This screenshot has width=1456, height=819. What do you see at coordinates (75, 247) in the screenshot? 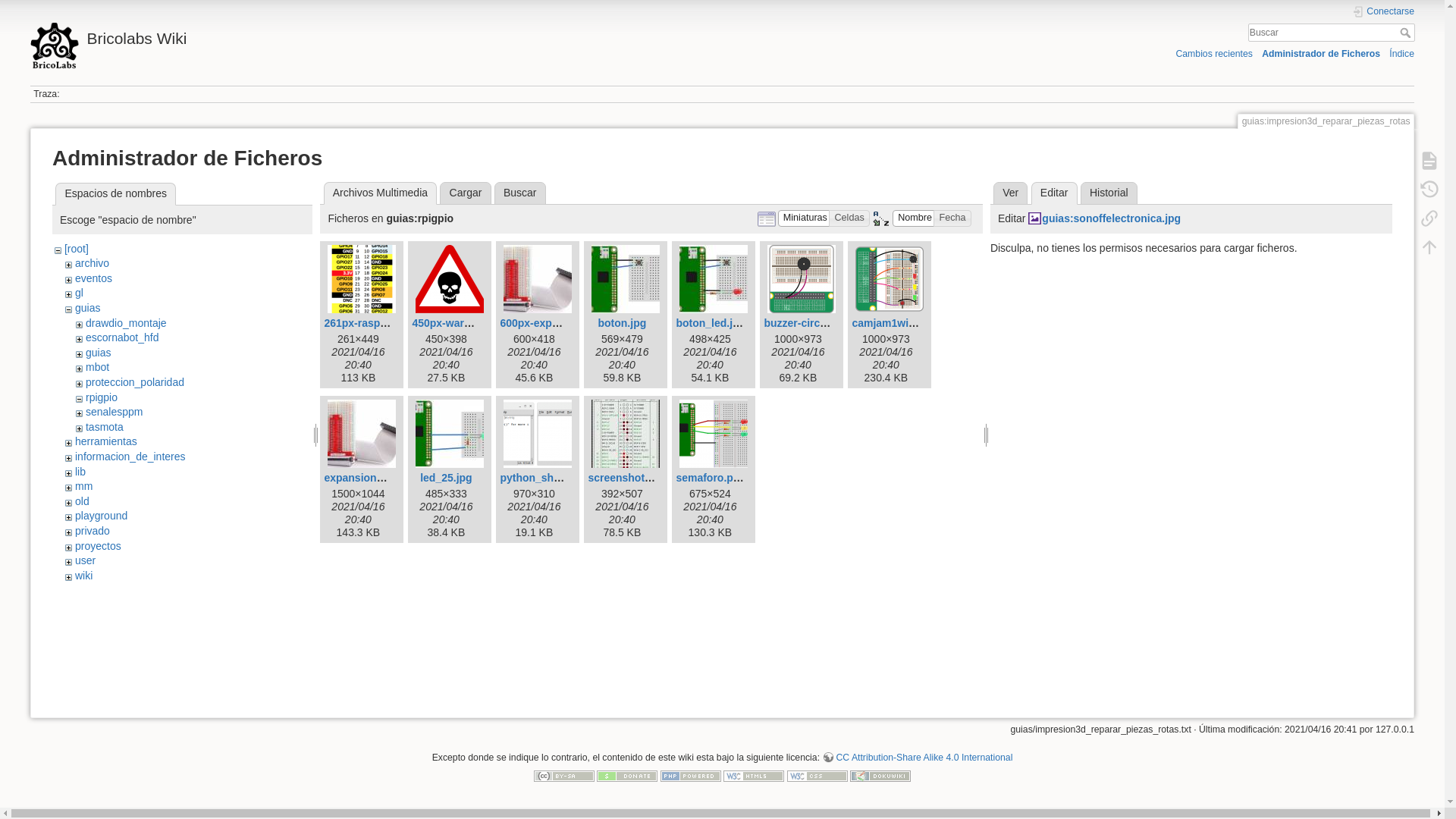
I see `'[root]'` at bounding box center [75, 247].